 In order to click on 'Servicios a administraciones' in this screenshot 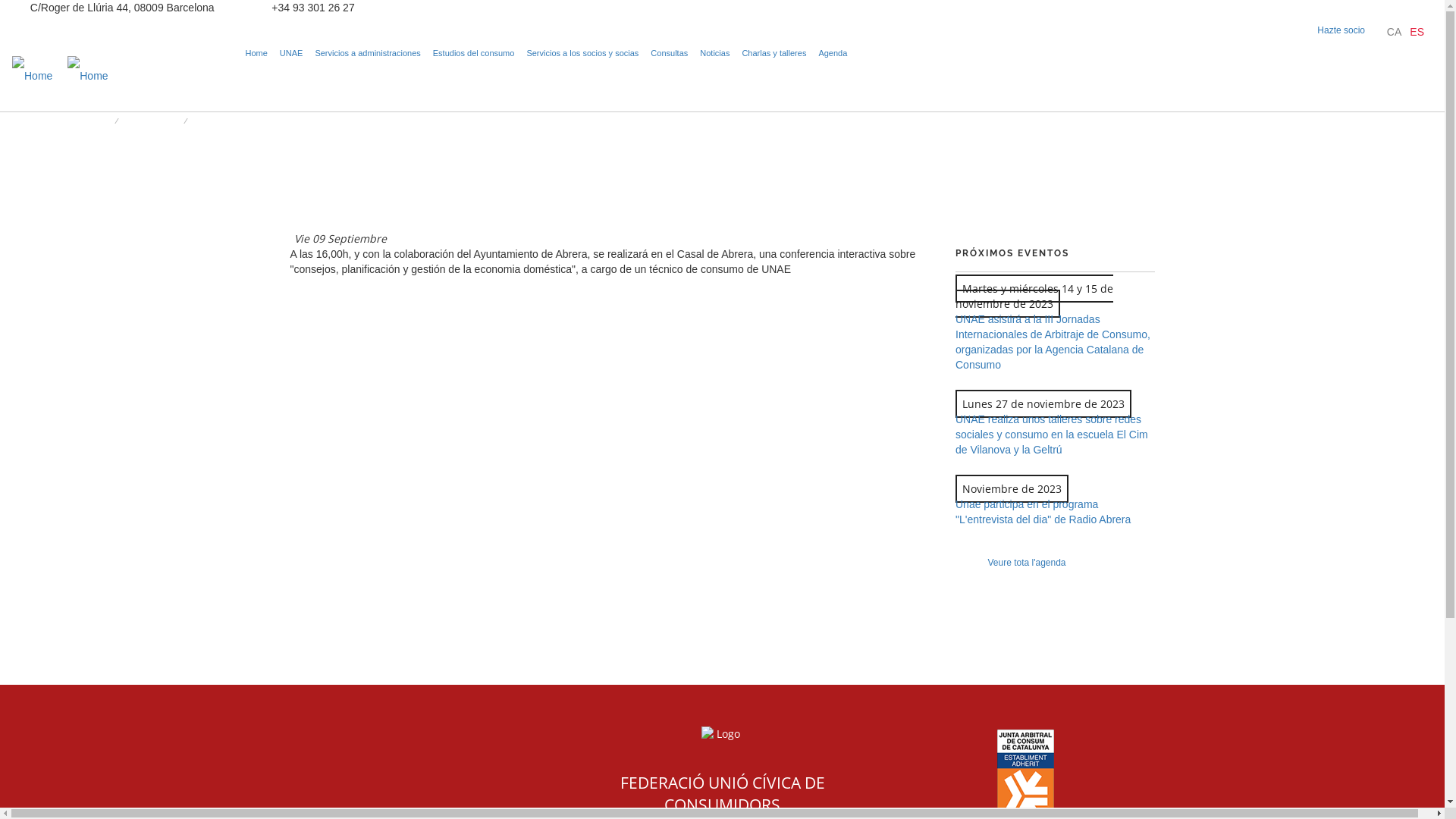, I will do `click(367, 52)`.